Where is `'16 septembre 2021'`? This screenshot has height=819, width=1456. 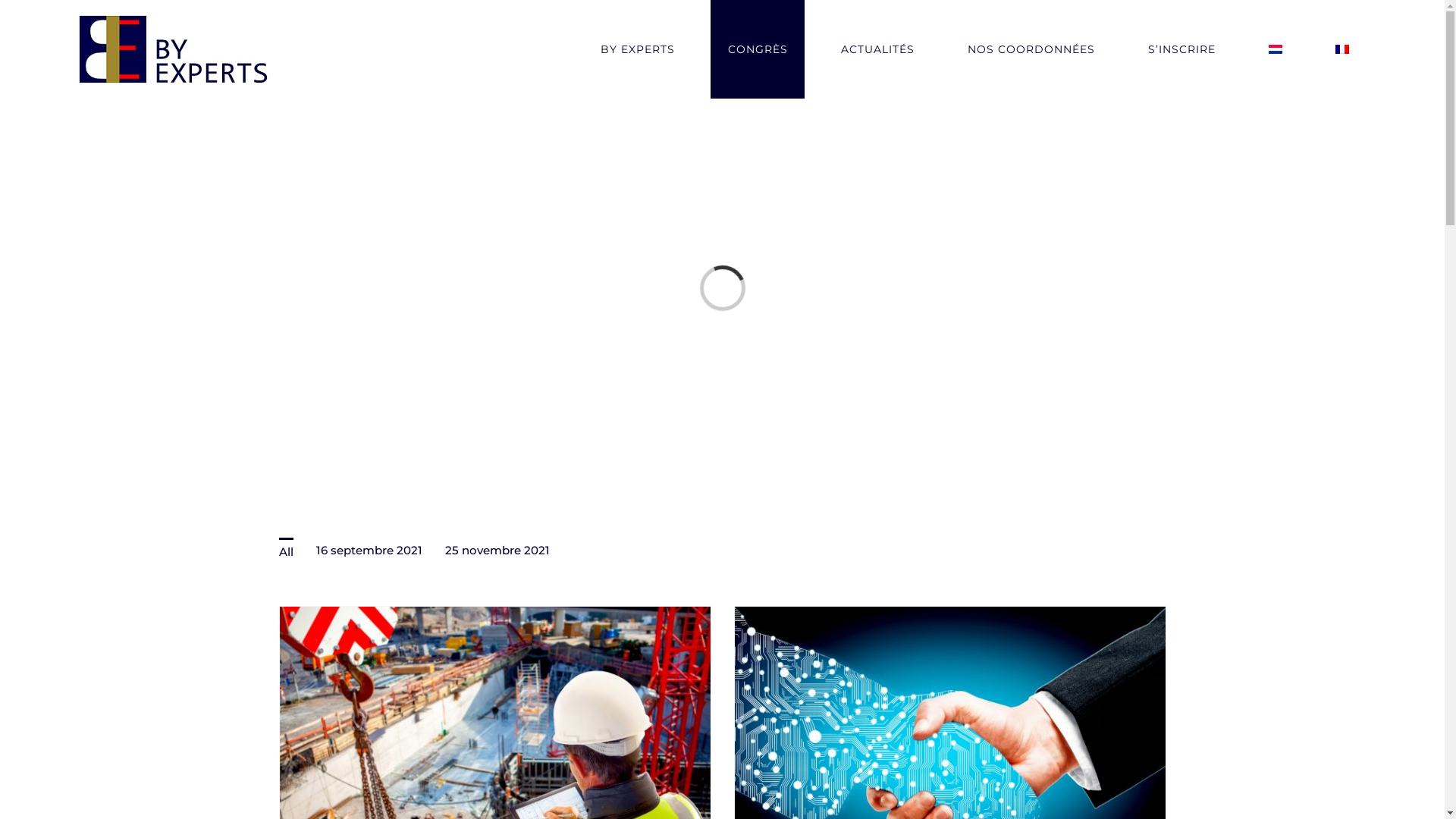
'16 septembre 2021' is located at coordinates (368, 550).